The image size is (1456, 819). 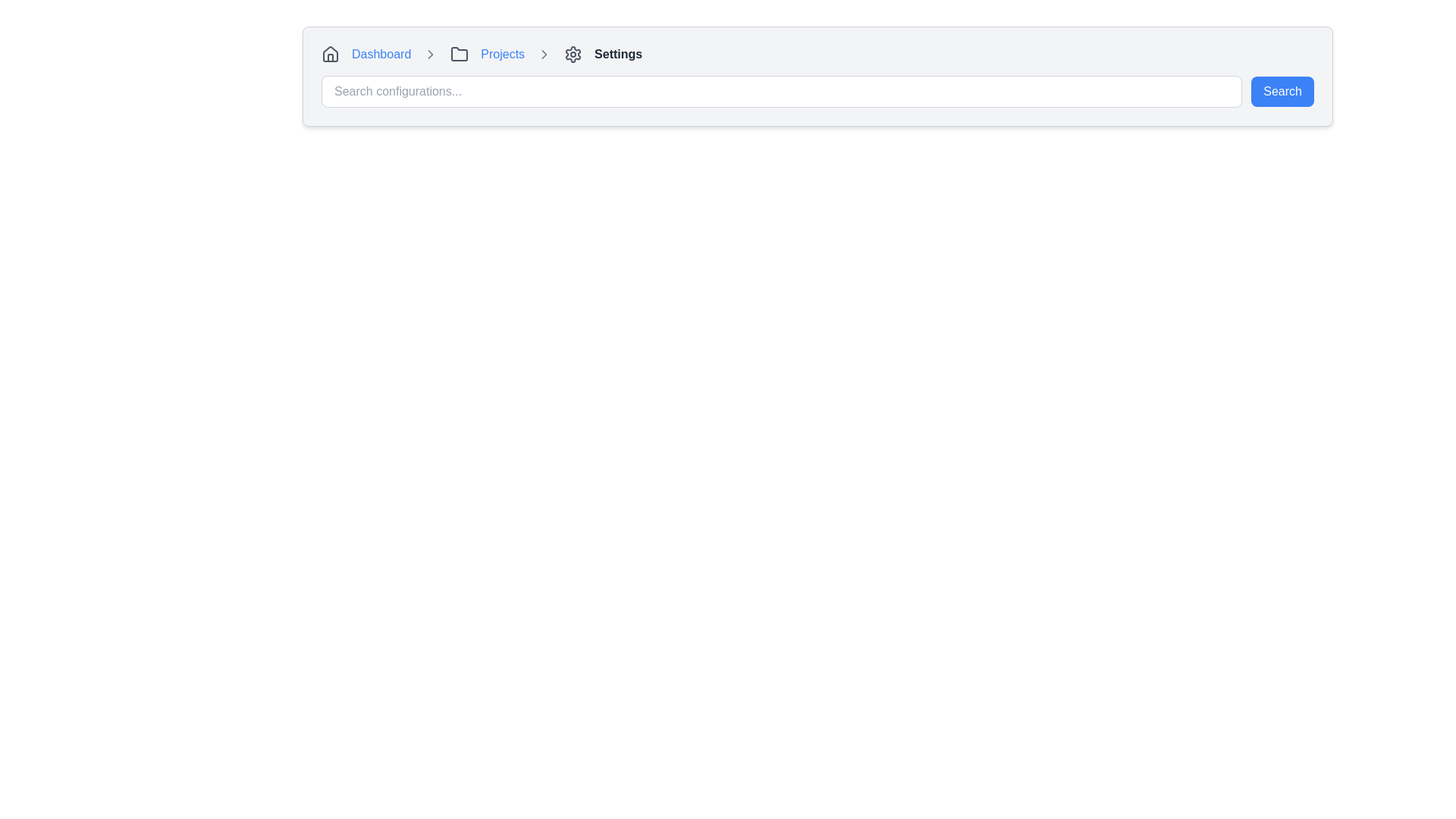 What do you see at coordinates (459, 54) in the screenshot?
I see `the folder icon, which is a simplistic gray folder shape located at the top of the interface, positioned between a right-pointing chevron icon and the text label 'Projects'` at bounding box center [459, 54].